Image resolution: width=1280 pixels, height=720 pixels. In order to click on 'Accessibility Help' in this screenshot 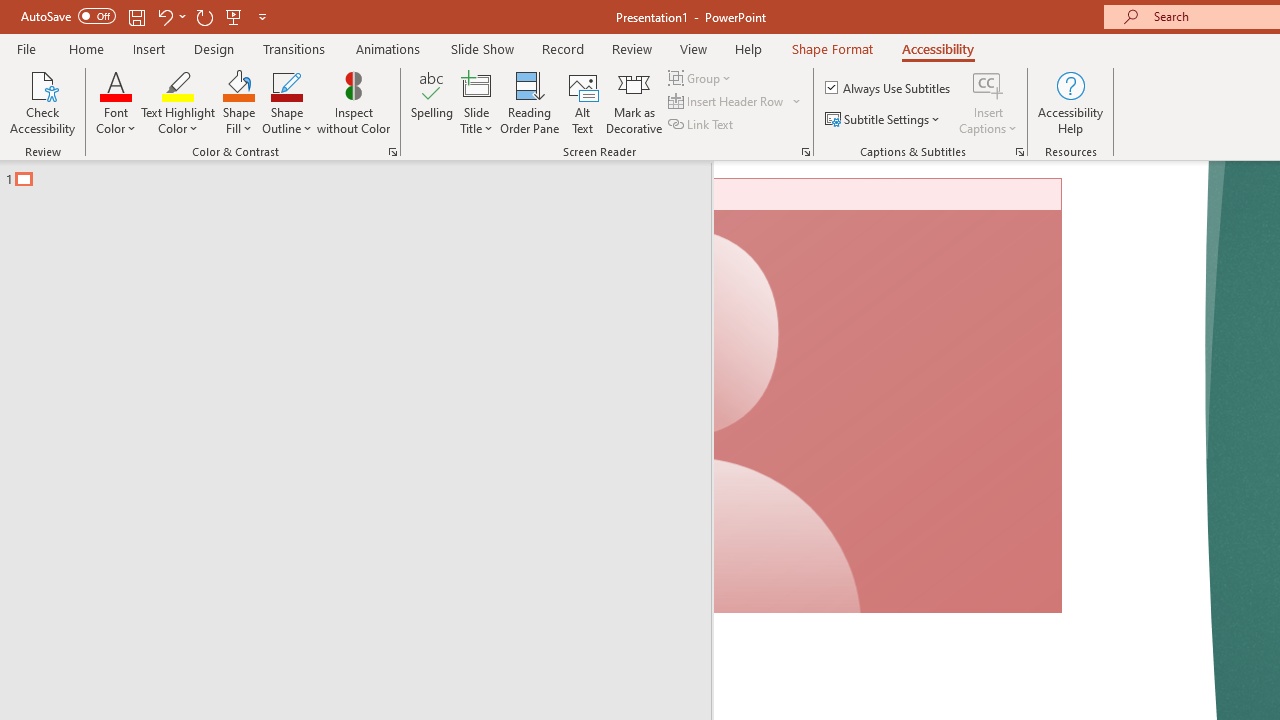, I will do `click(1069, 103)`.